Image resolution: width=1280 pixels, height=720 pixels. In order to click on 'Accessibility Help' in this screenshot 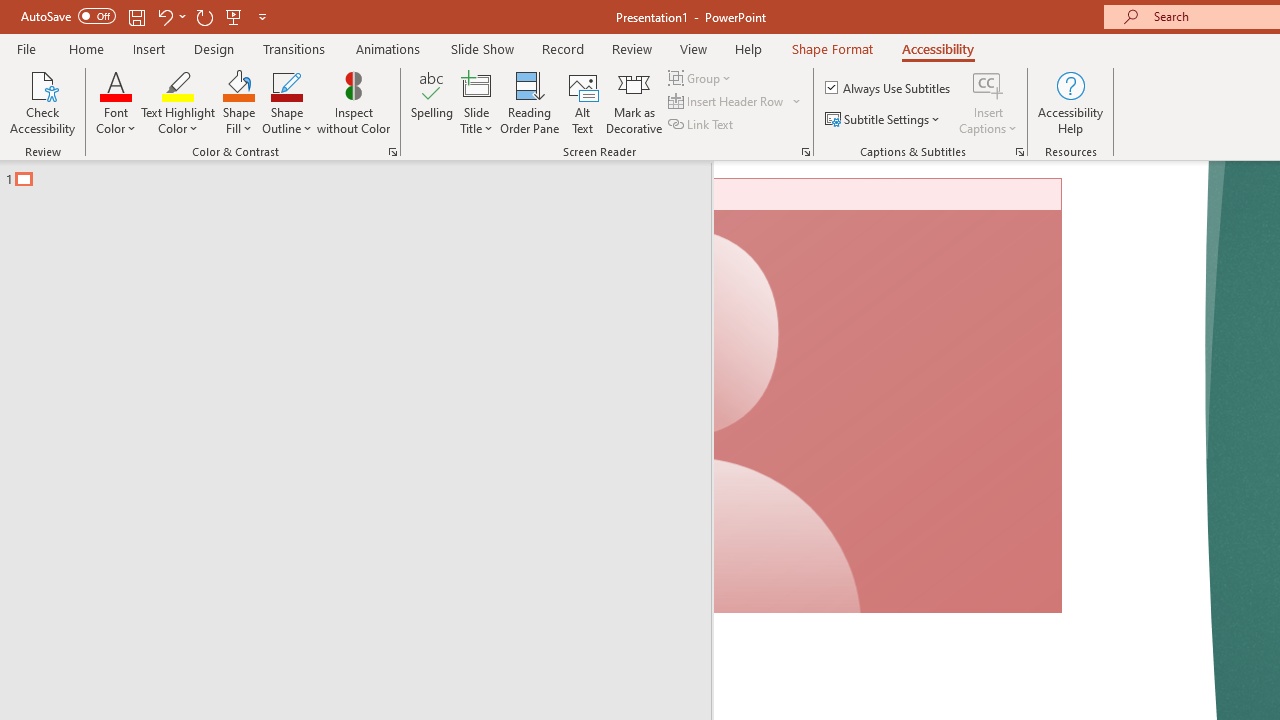, I will do `click(1069, 103)`.